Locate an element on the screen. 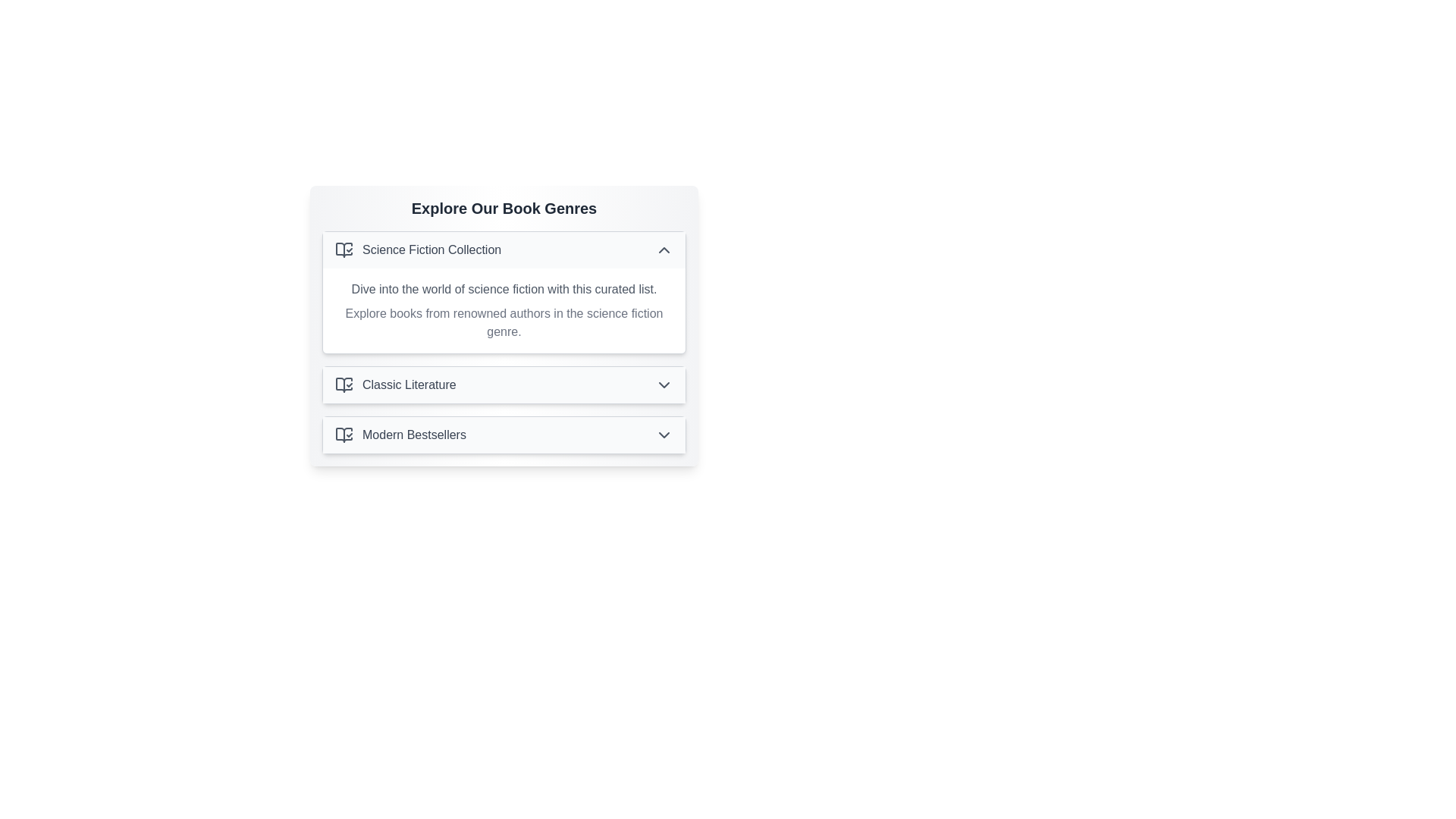 The width and height of the screenshot is (1456, 819). the icon representing the 'Modern Bestsellers' category, which is the first element in a horizontal group aligned to the left of the 'Modern Bestsellers' text label is located at coordinates (344, 435).